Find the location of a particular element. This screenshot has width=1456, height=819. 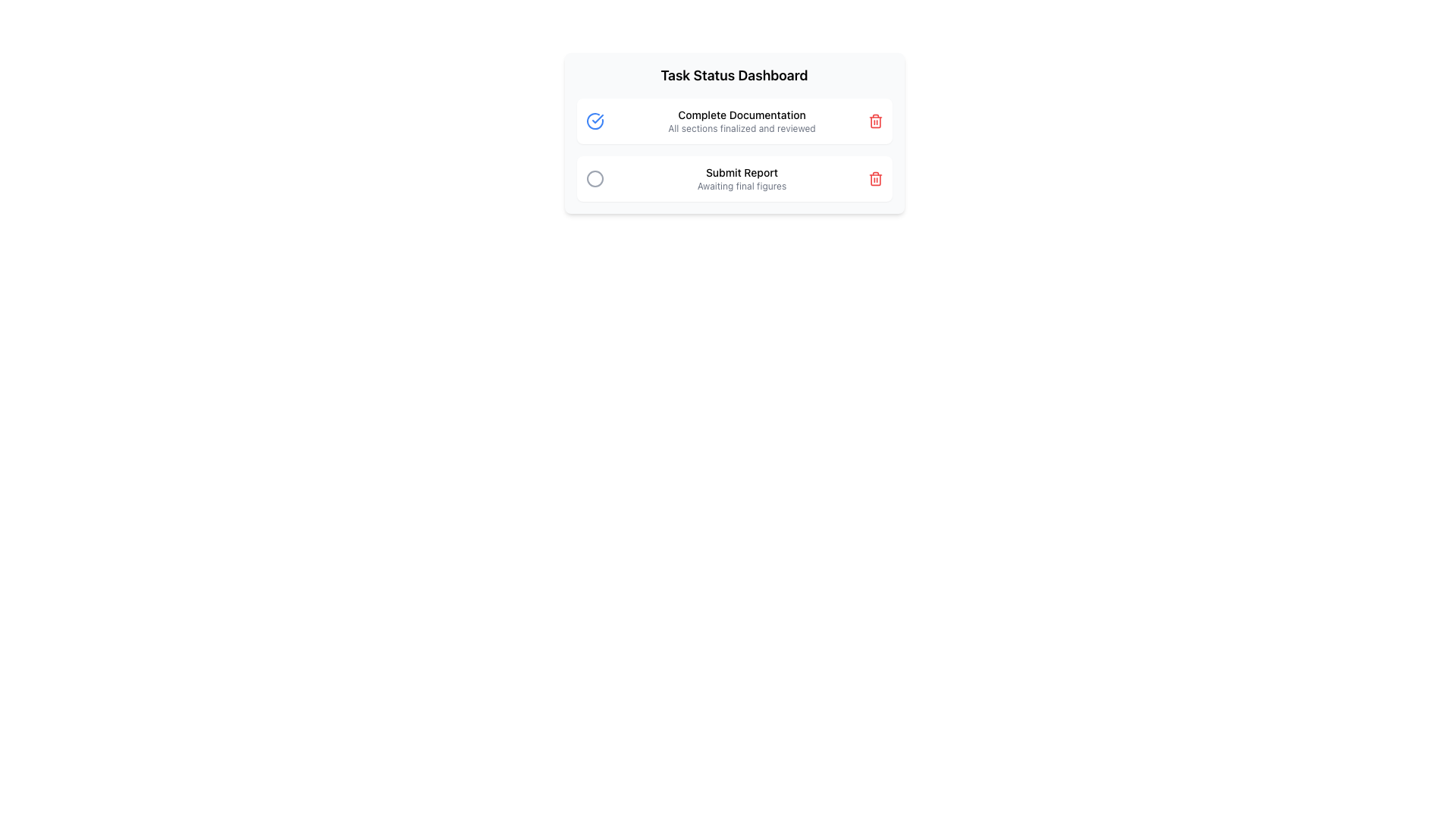

the checkmark icon indicating the completed state for the task 'Complete Documentation' in the Task Status Dashboard is located at coordinates (596, 118).